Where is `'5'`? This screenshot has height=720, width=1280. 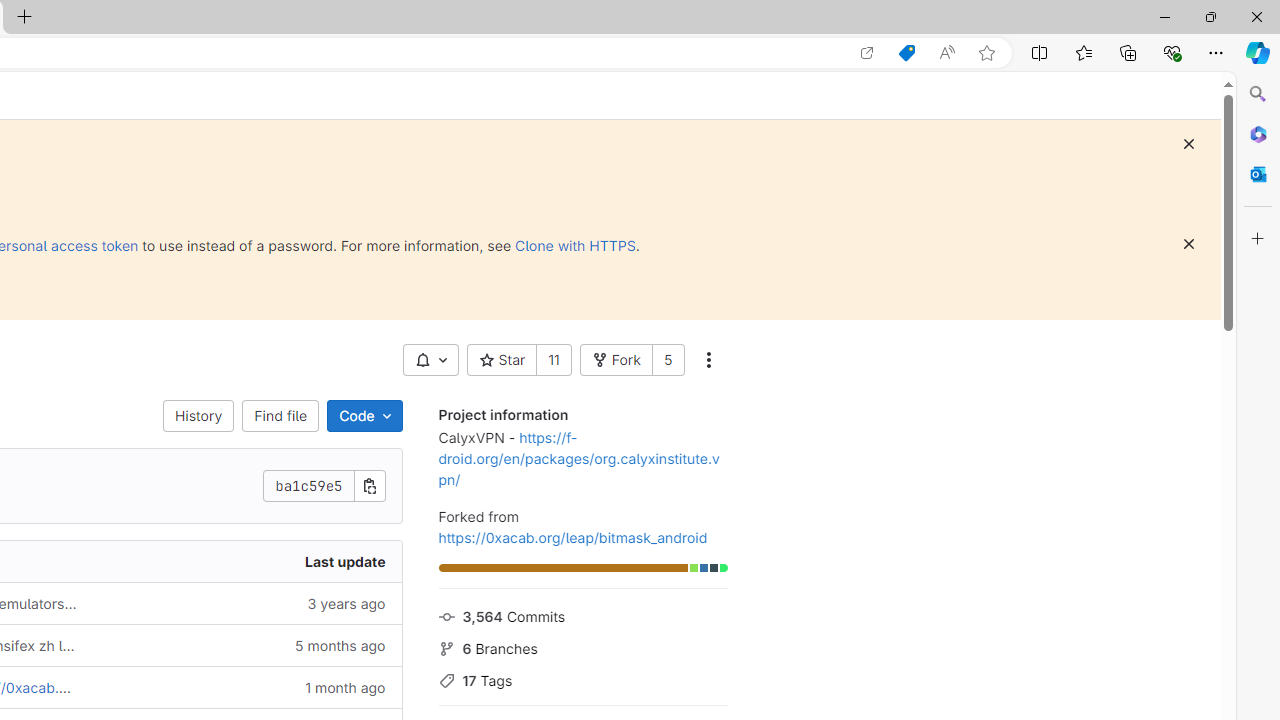
'5' is located at coordinates (668, 360).